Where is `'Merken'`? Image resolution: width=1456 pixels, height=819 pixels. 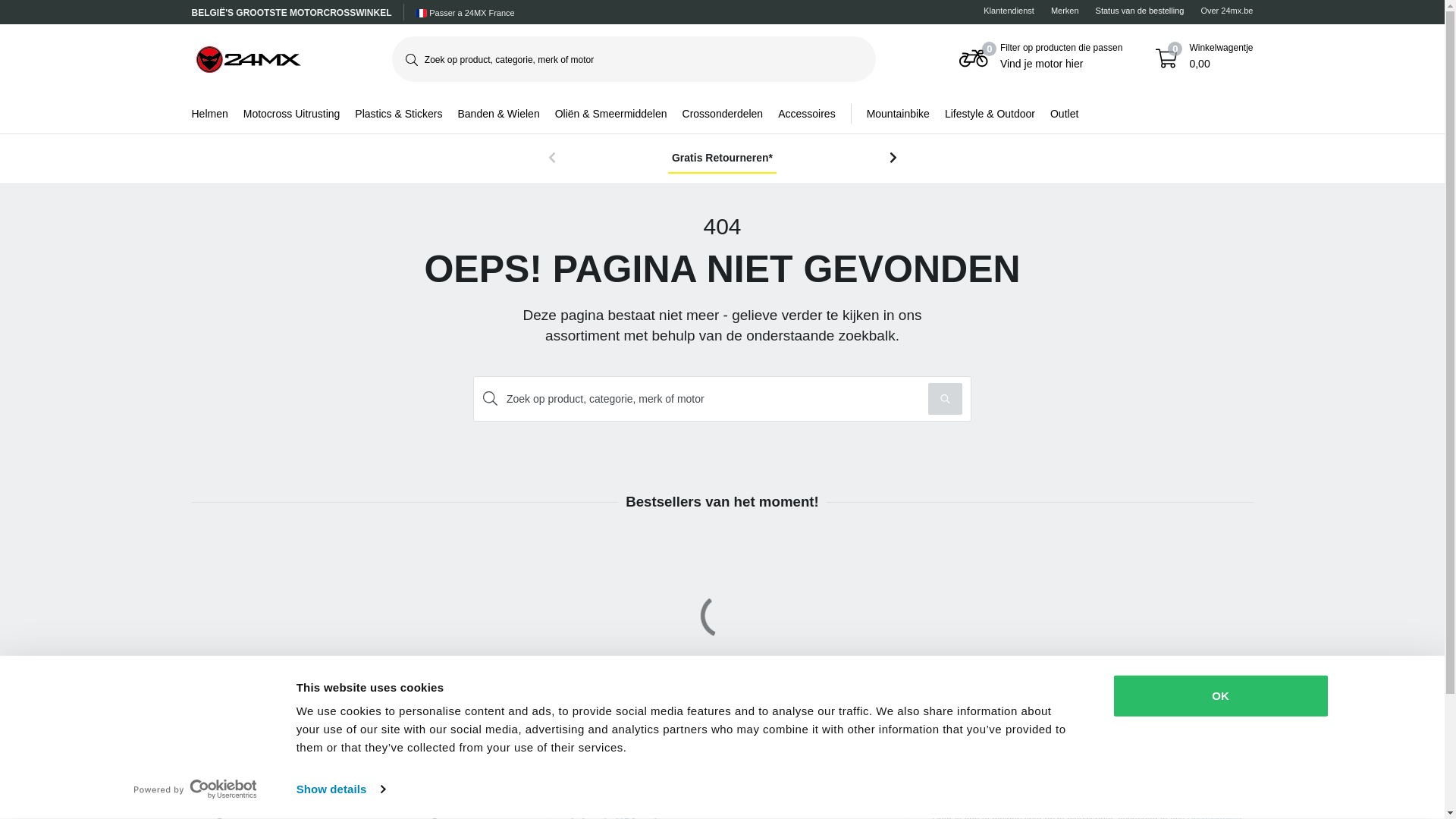
'Merken' is located at coordinates (1064, 11).